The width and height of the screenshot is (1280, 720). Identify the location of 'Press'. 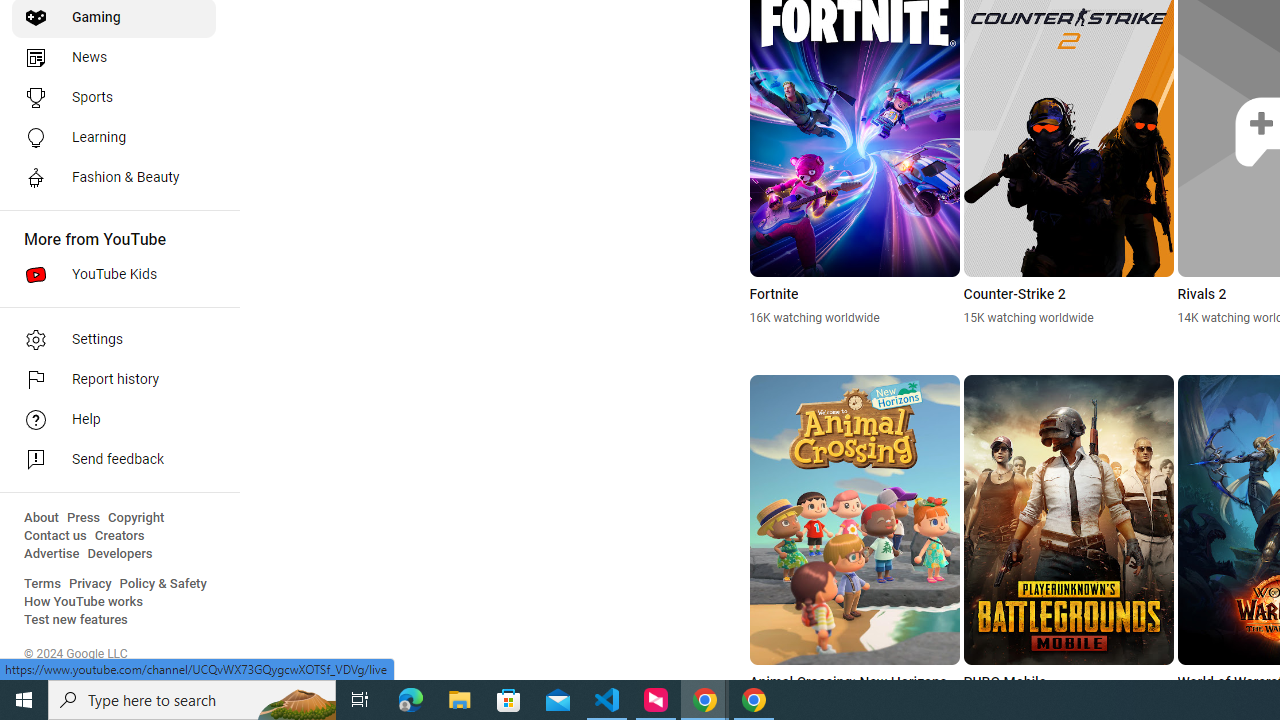
(82, 517).